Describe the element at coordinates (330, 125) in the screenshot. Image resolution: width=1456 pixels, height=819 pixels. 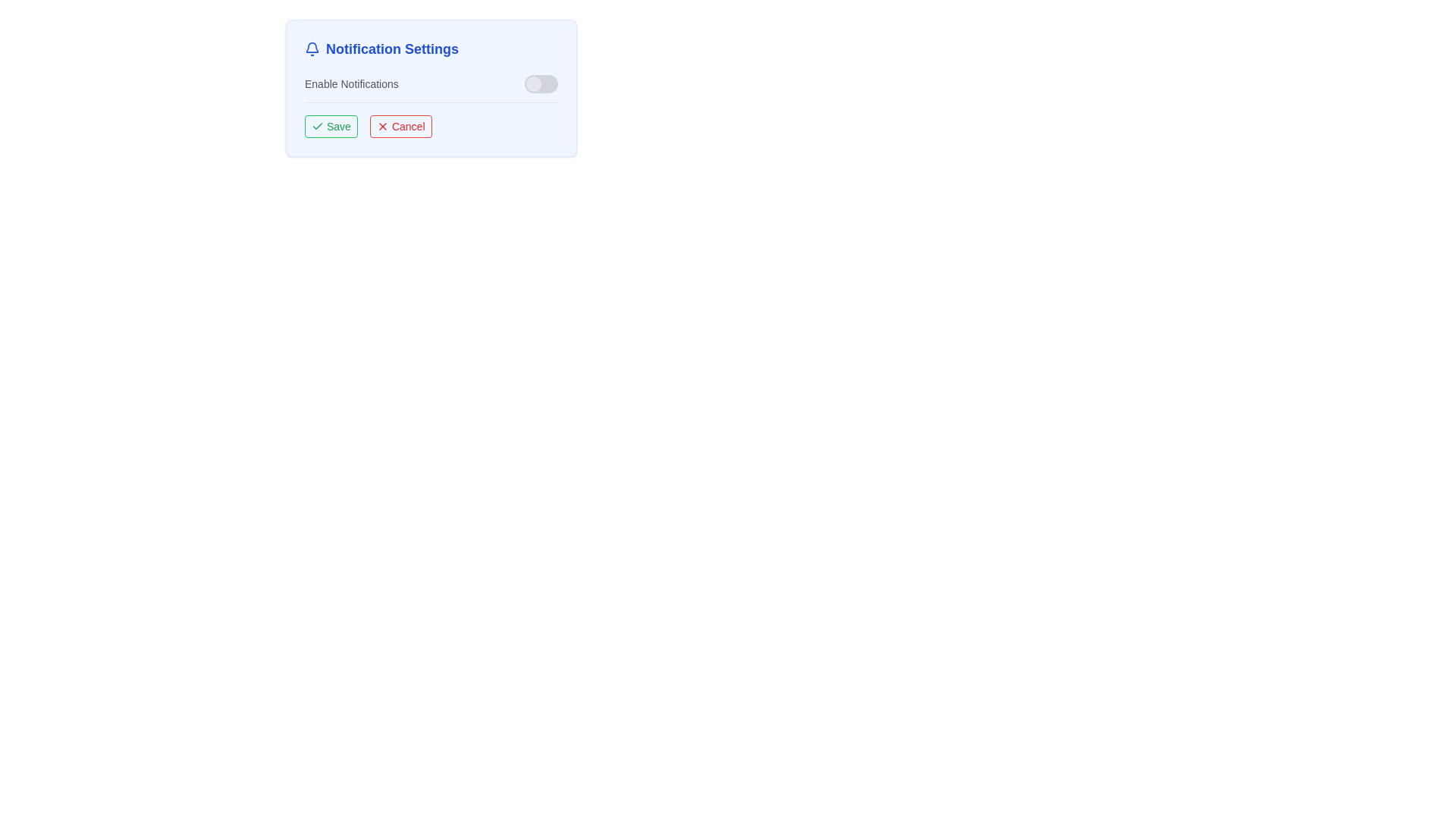
I see `the green 'Save' button with rounded corners that has a checkmark icon to its left` at that location.